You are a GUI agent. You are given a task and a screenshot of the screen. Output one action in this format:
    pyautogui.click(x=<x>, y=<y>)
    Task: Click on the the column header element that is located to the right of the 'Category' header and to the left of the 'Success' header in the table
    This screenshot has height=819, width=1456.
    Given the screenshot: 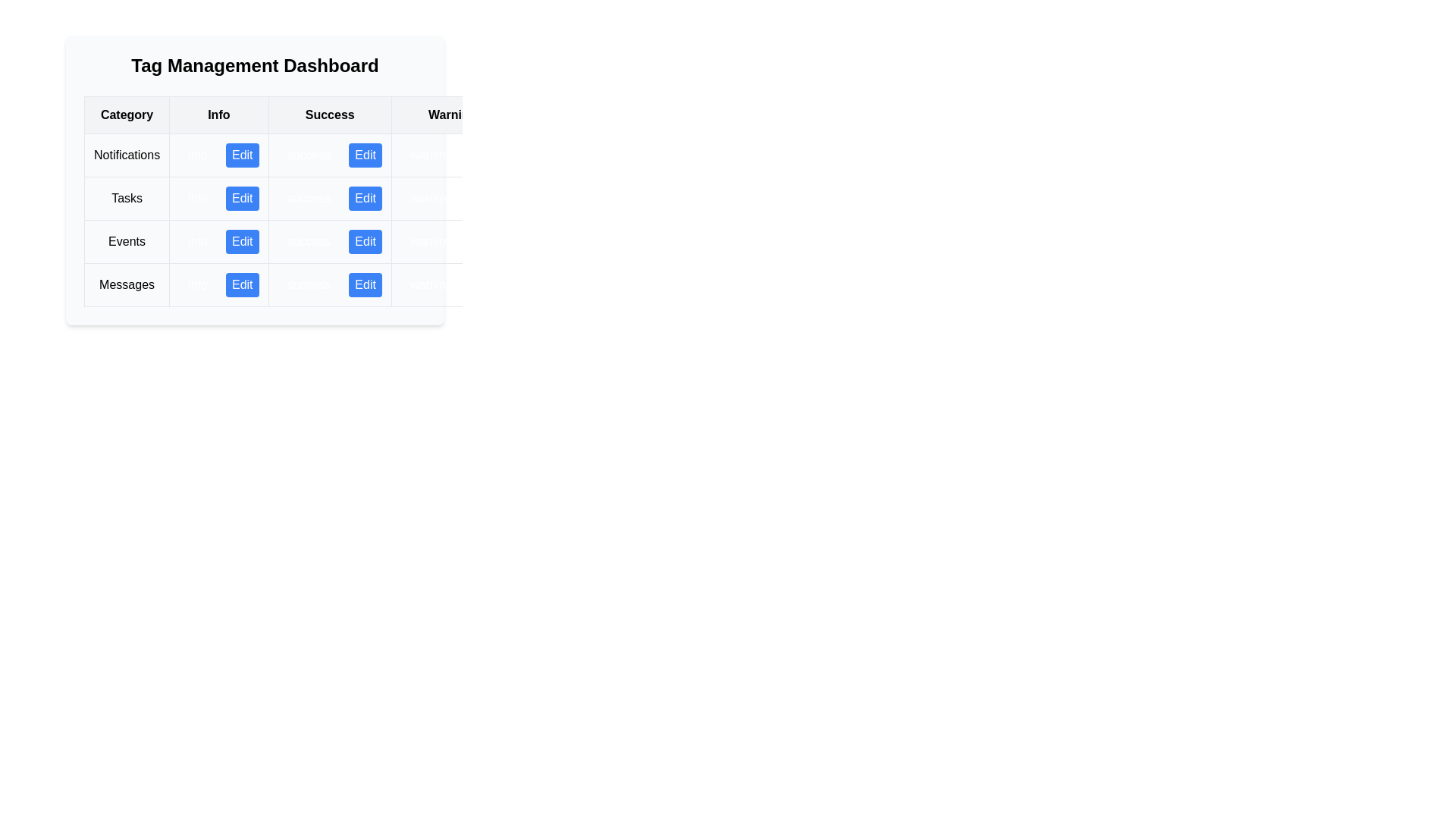 What is the action you would take?
    pyautogui.click(x=218, y=114)
    